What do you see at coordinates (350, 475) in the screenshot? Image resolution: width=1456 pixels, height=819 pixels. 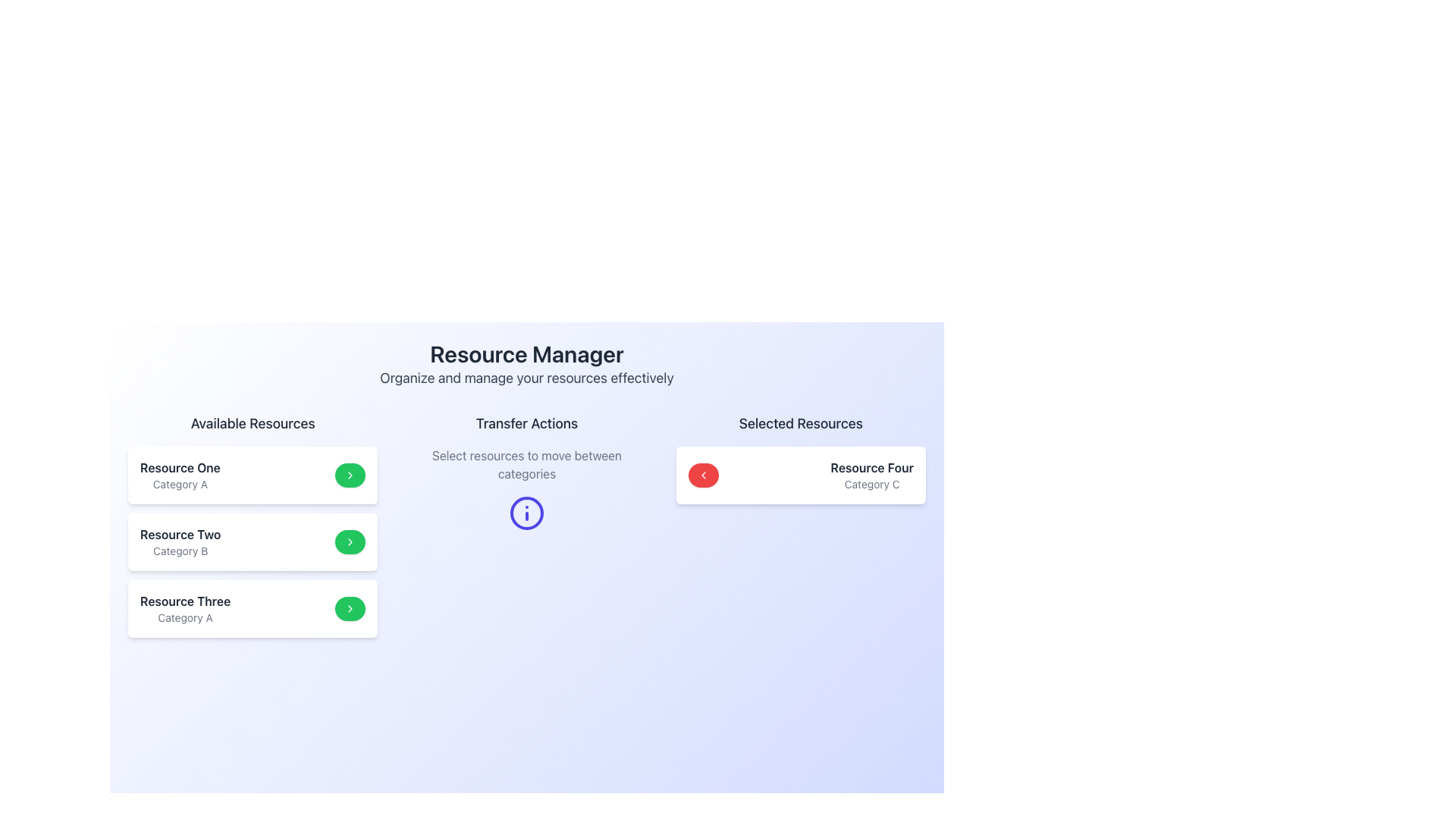 I see `the rightward-pointing chevron arrow icon within the green circular background, located next to the 'Resource One' list item in the 'Available Resources' section` at bounding box center [350, 475].